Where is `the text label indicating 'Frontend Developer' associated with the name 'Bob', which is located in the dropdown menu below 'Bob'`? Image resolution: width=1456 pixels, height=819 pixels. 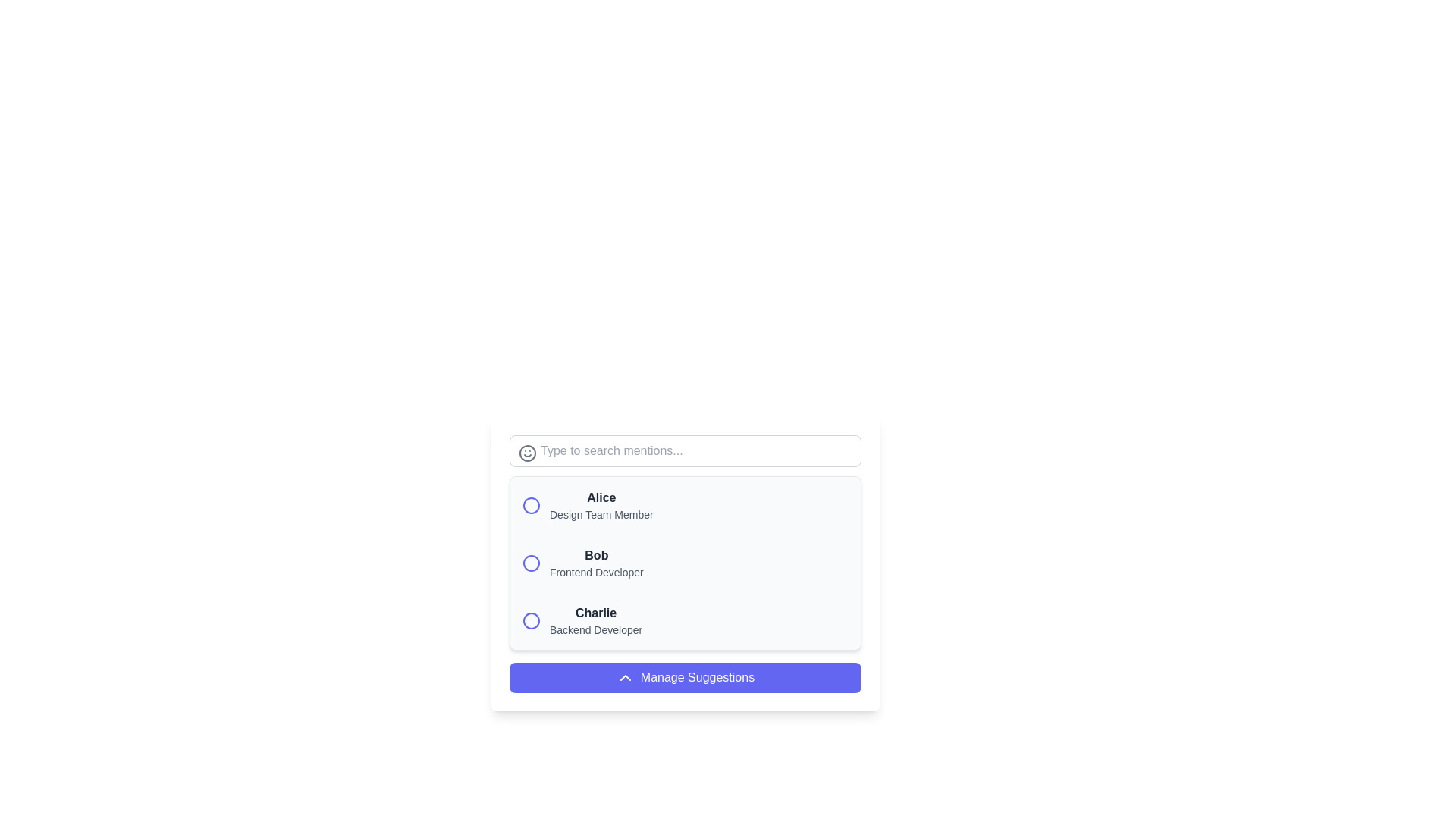
the text label indicating 'Frontend Developer' associated with the name 'Bob', which is located in the dropdown menu below 'Bob' is located at coordinates (595, 573).